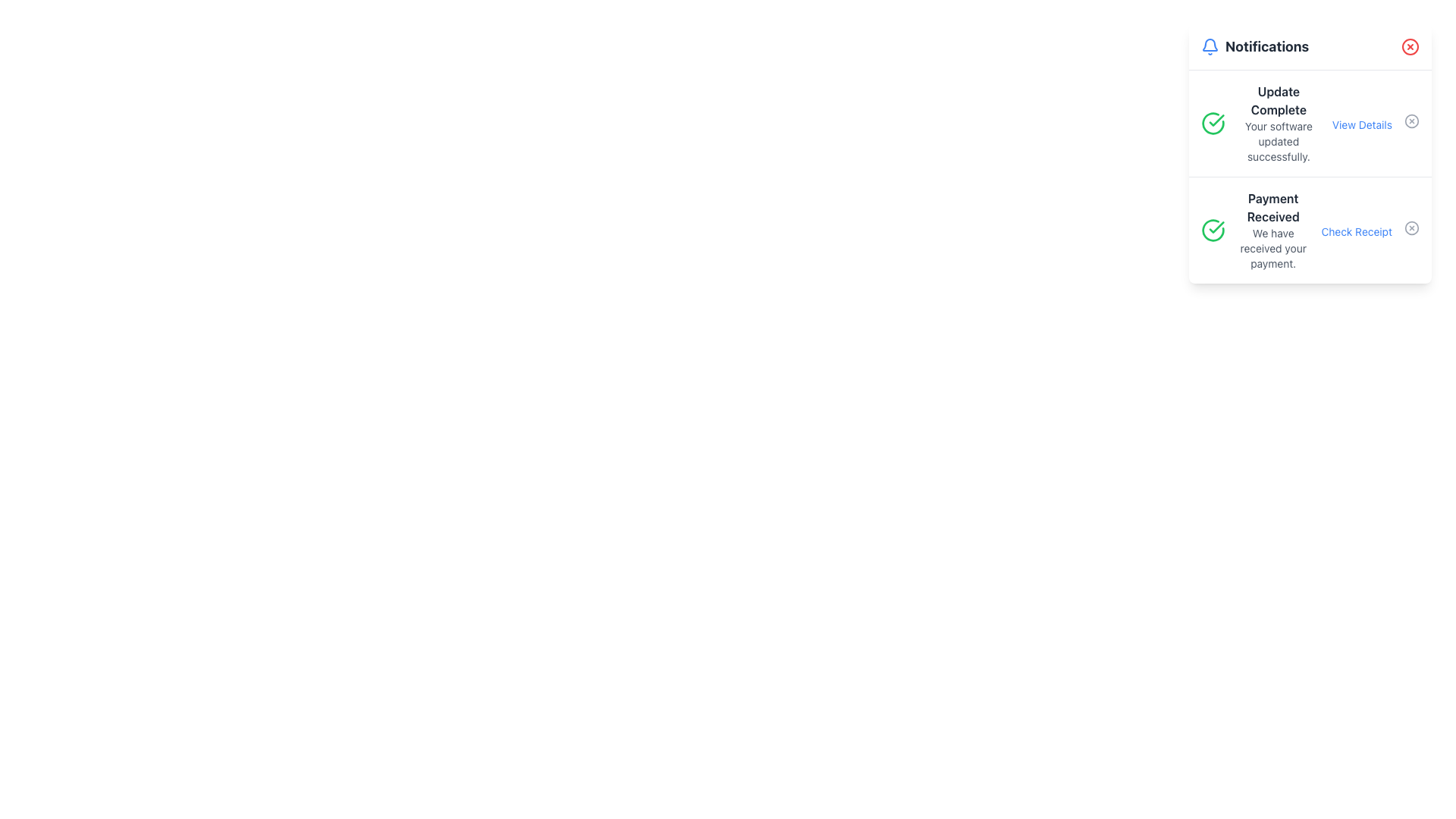 The height and width of the screenshot is (819, 1456). What do you see at coordinates (1370, 231) in the screenshot?
I see `the interactive hyperlink labeled 'Check Receipt' located in the second section of the notification card titled 'Payment Received'` at bounding box center [1370, 231].